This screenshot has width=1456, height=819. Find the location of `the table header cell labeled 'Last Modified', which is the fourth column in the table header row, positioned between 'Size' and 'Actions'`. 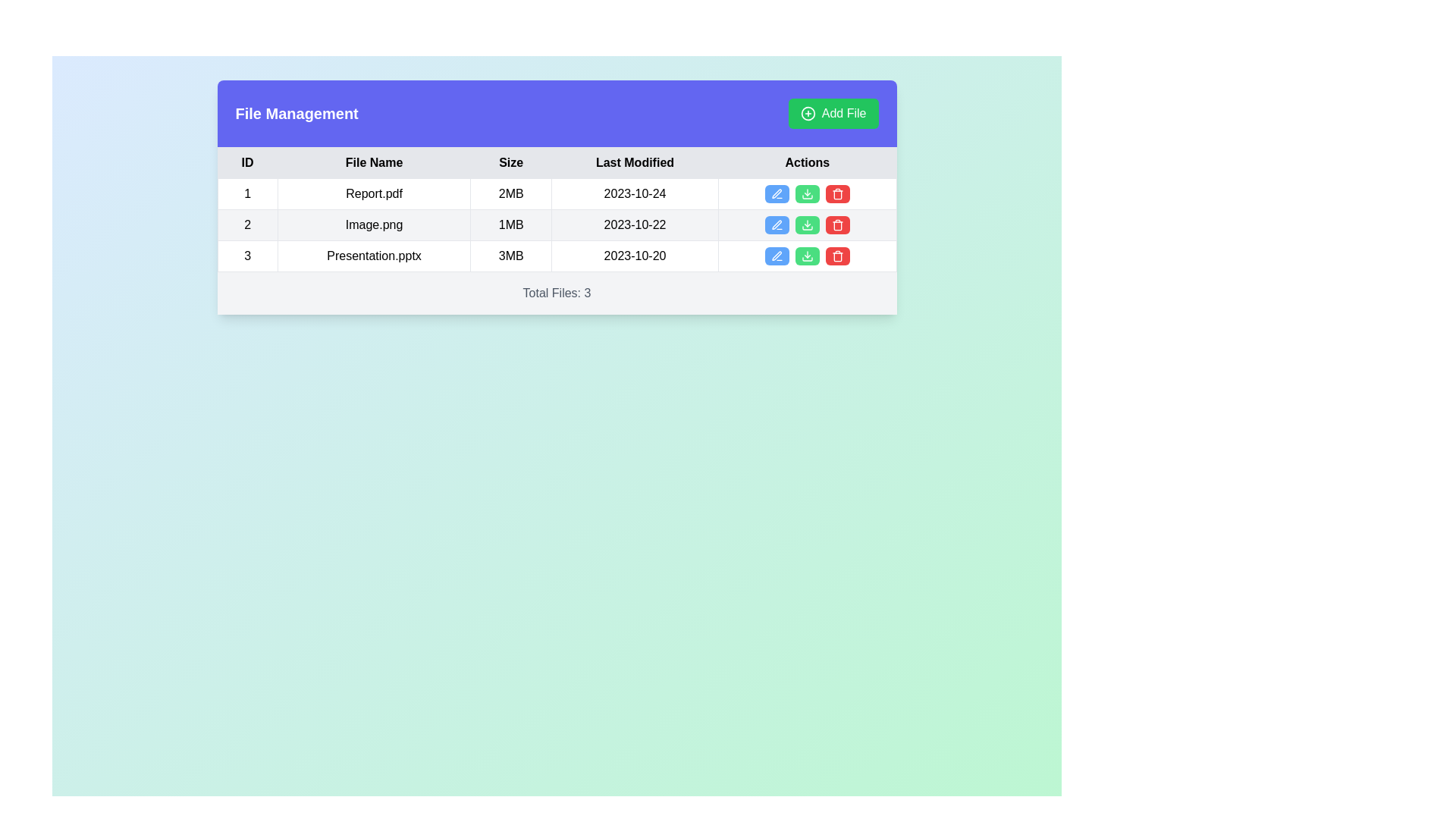

the table header cell labeled 'Last Modified', which is the fourth column in the table header row, positioned between 'Size' and 'Actions' is located at coordinates (635, 163).